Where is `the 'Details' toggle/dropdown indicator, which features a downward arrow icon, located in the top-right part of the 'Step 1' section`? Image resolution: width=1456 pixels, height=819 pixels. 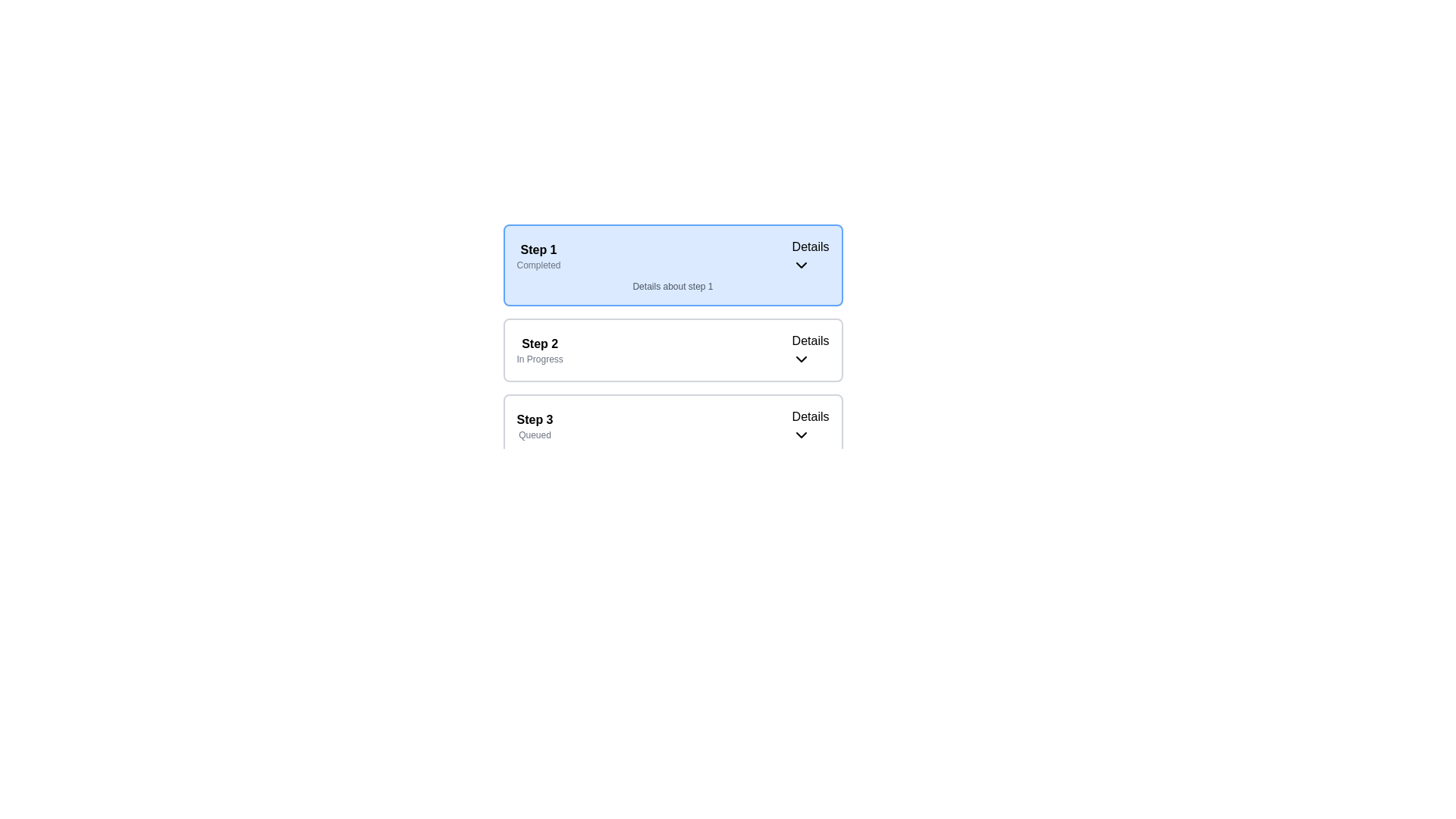 the 'Details' toggle/dropdown indicator, which features a downward arrow icon, located in the top-right part of the 'Step 1' section is located at coordinates (810, 256).